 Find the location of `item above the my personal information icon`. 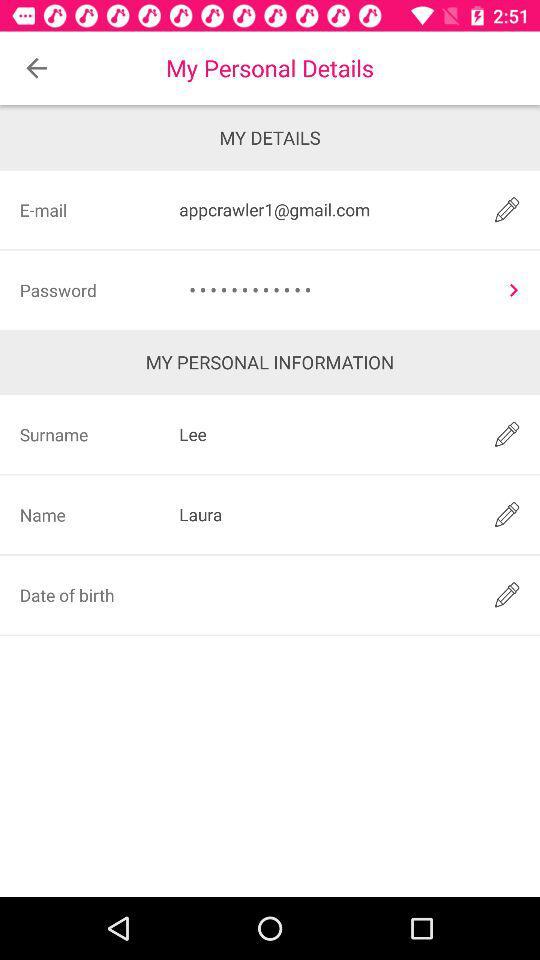

item above the my personal information icon is located at coordinates (334, 289).